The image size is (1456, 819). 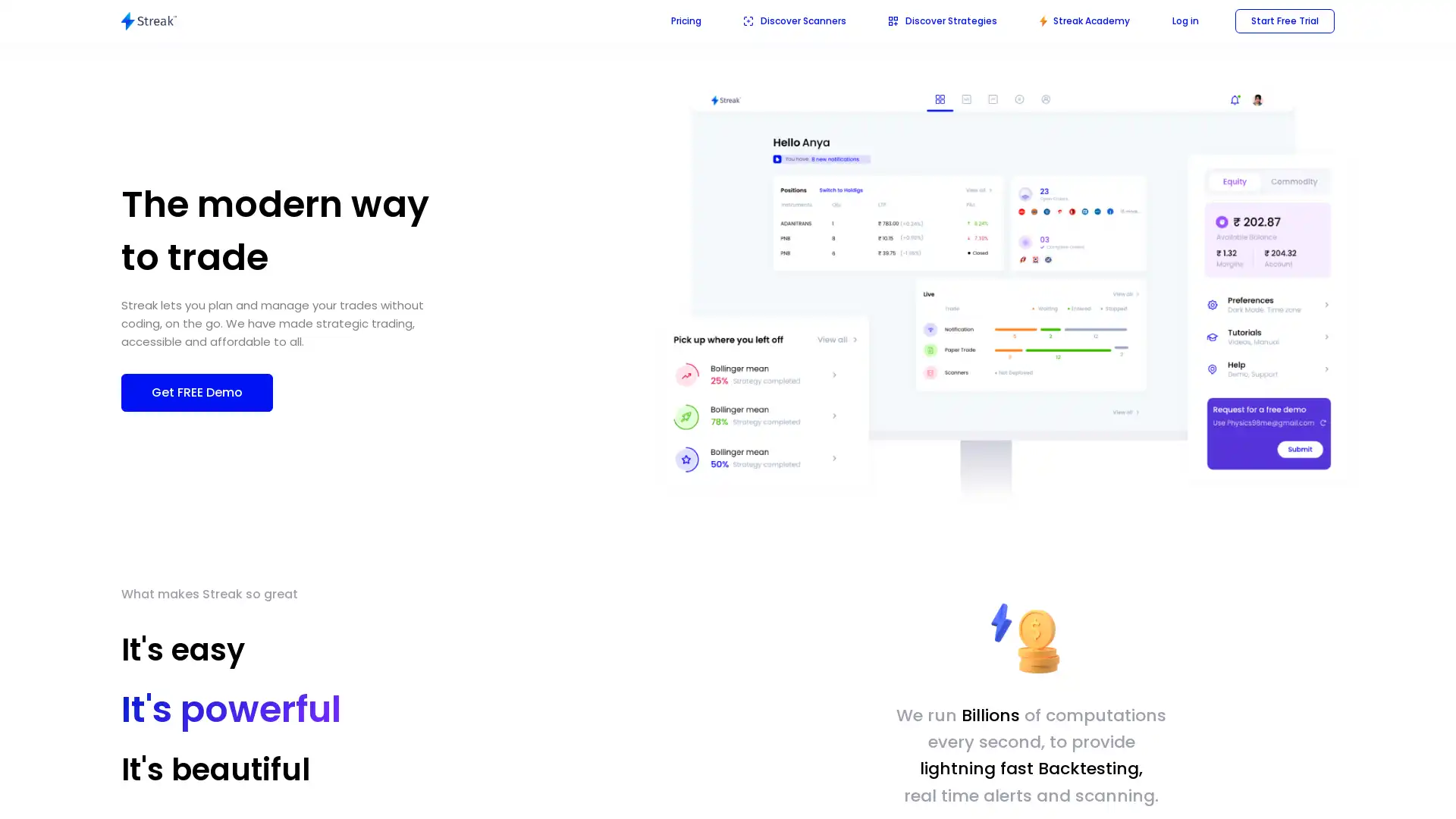 I want to click on Start Free Trial, so click(x=1284, y=20).